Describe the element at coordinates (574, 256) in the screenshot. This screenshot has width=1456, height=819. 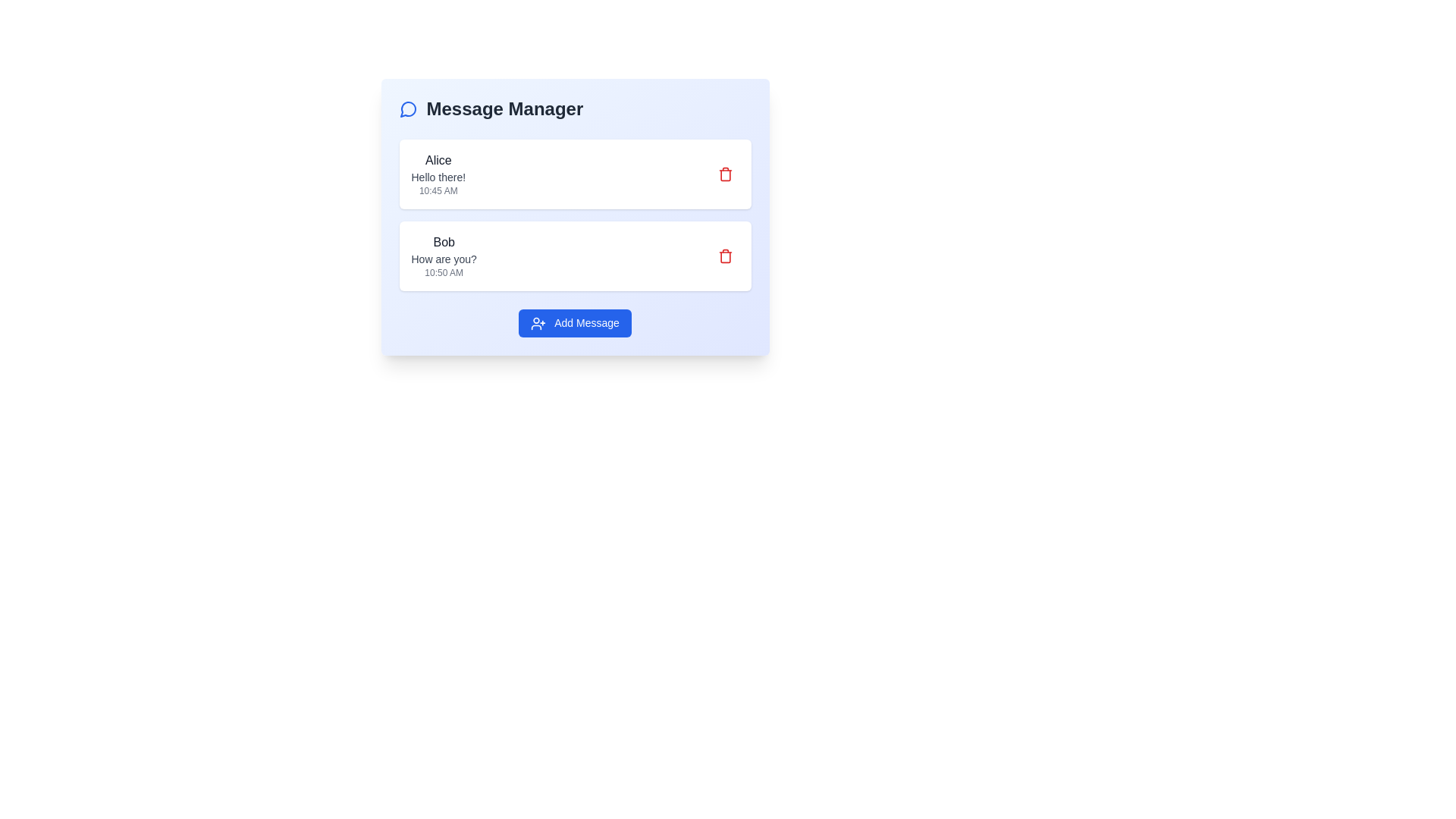
I see `the message card containing the headline 'Bob', which is the second card in the vertically stacked list of messages` at that location.